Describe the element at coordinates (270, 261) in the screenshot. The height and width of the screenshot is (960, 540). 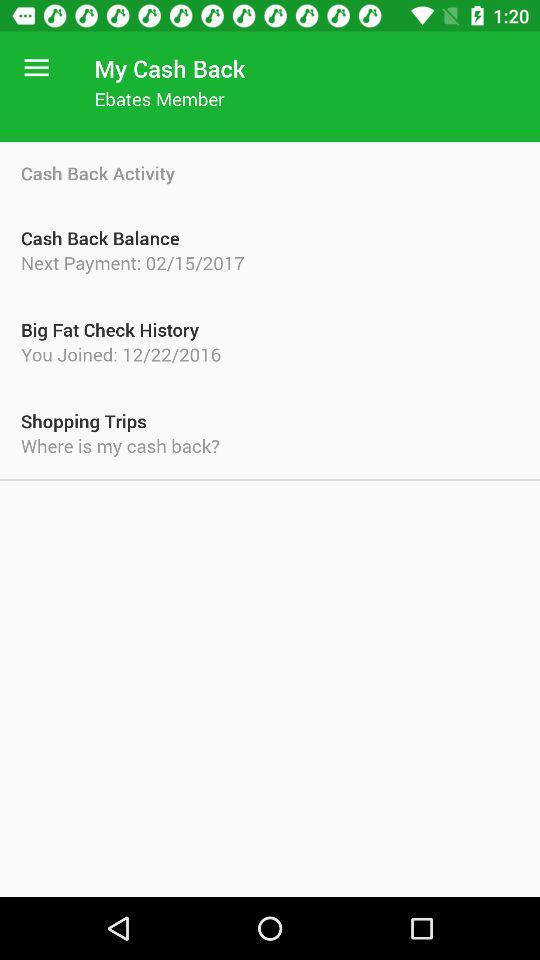
I see `the next payment 02 icon` at that location.